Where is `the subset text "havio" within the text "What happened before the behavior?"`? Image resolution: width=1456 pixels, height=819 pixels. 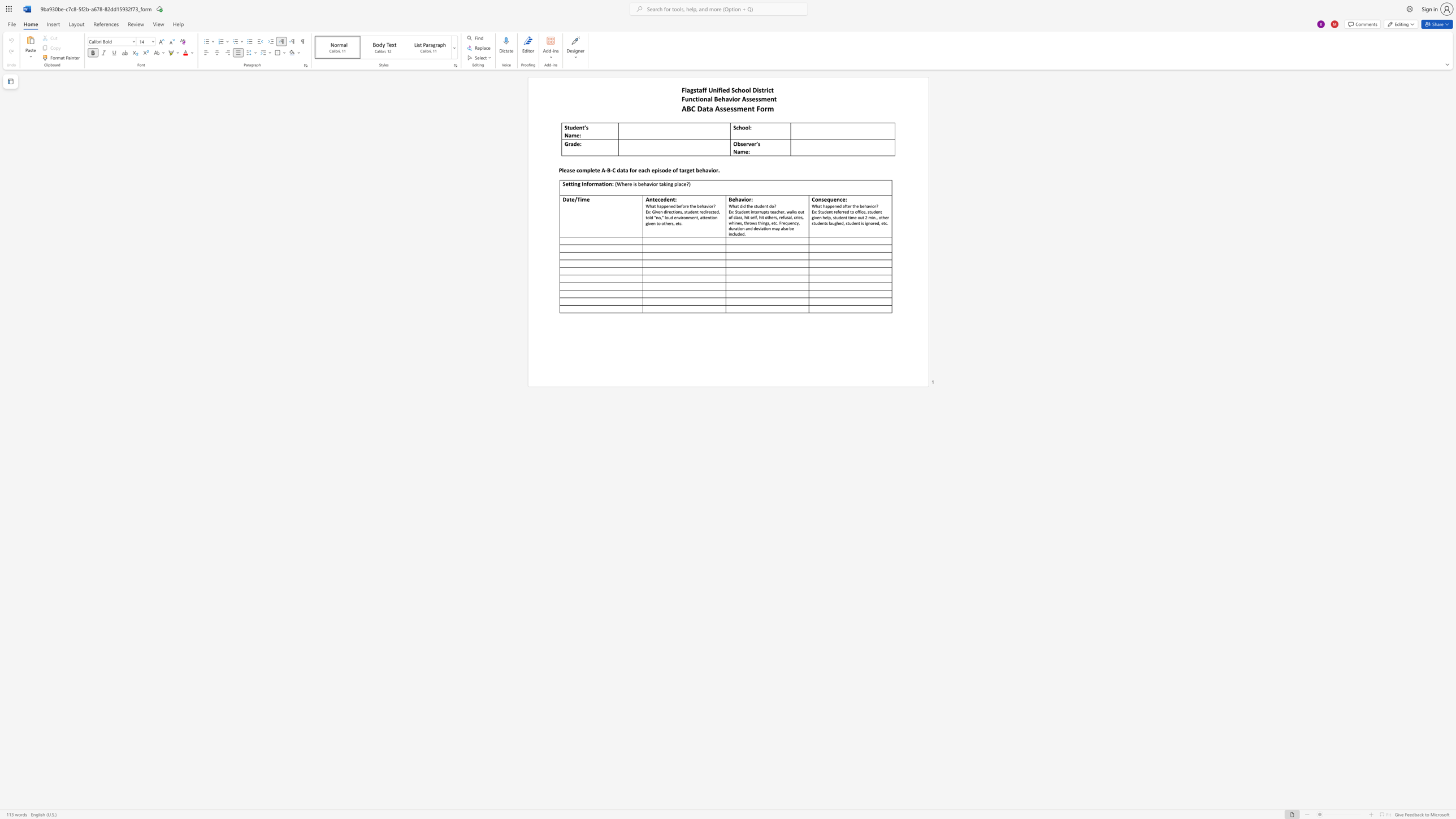 the subset text "havio" within the text "What happened before the behavior?" is located at coordinates (701, 206).